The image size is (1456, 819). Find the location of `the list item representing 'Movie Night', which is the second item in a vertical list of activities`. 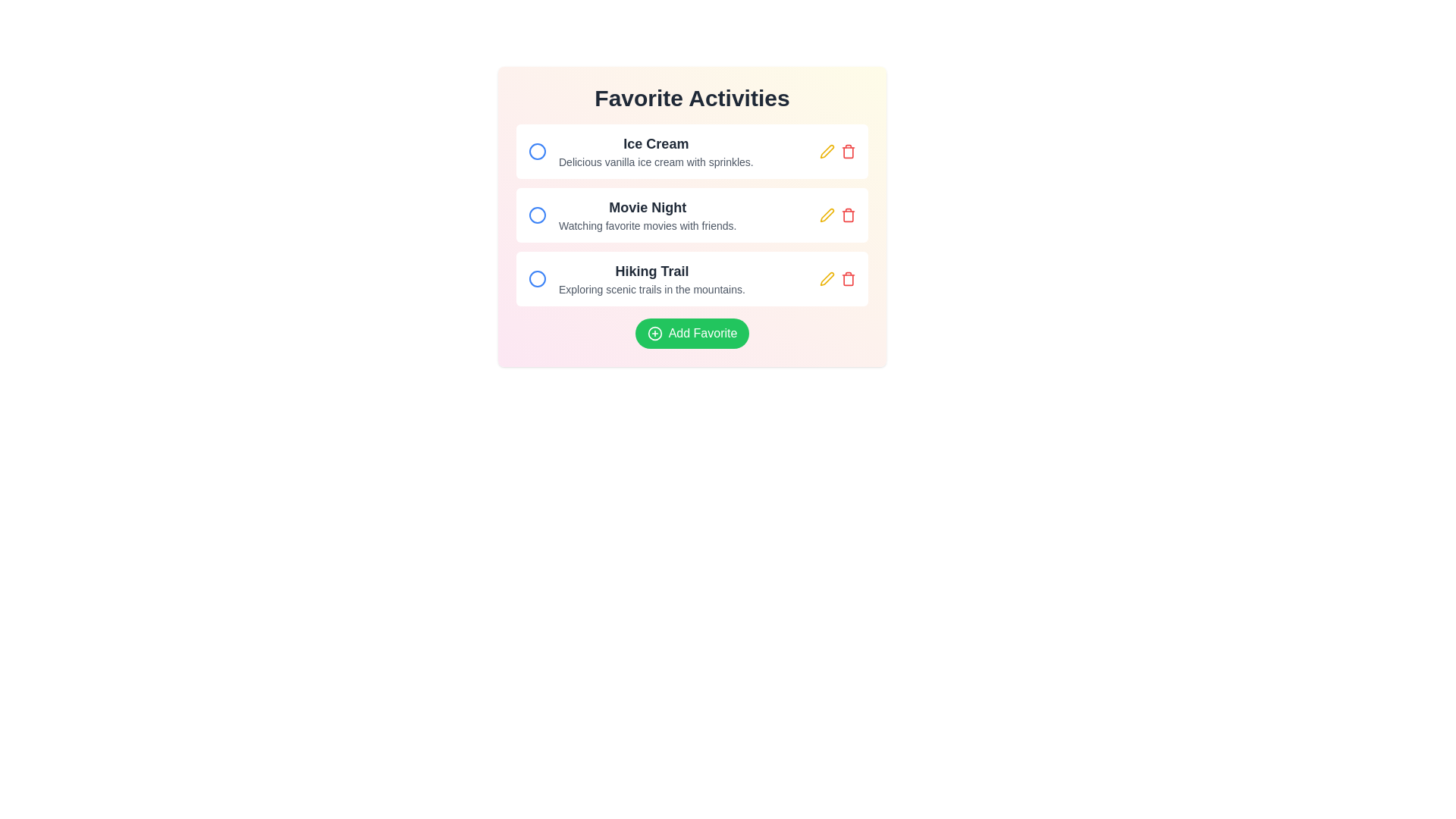

the list item representing 'Movie Night', which is the second item in a vertical list of activities is located at coordinates (632, 215).